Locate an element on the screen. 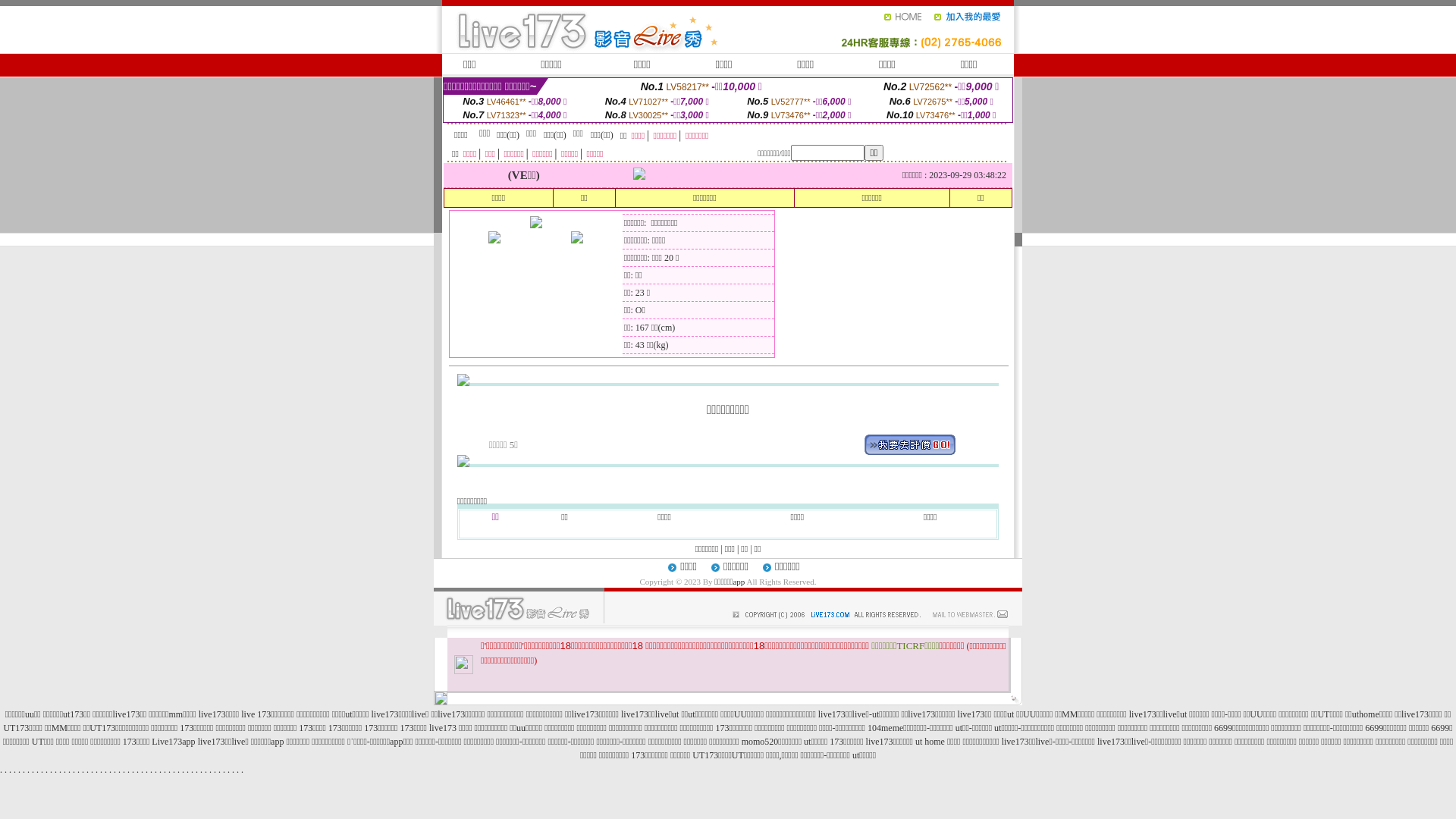  '.' is located at coordinates (37, 769).